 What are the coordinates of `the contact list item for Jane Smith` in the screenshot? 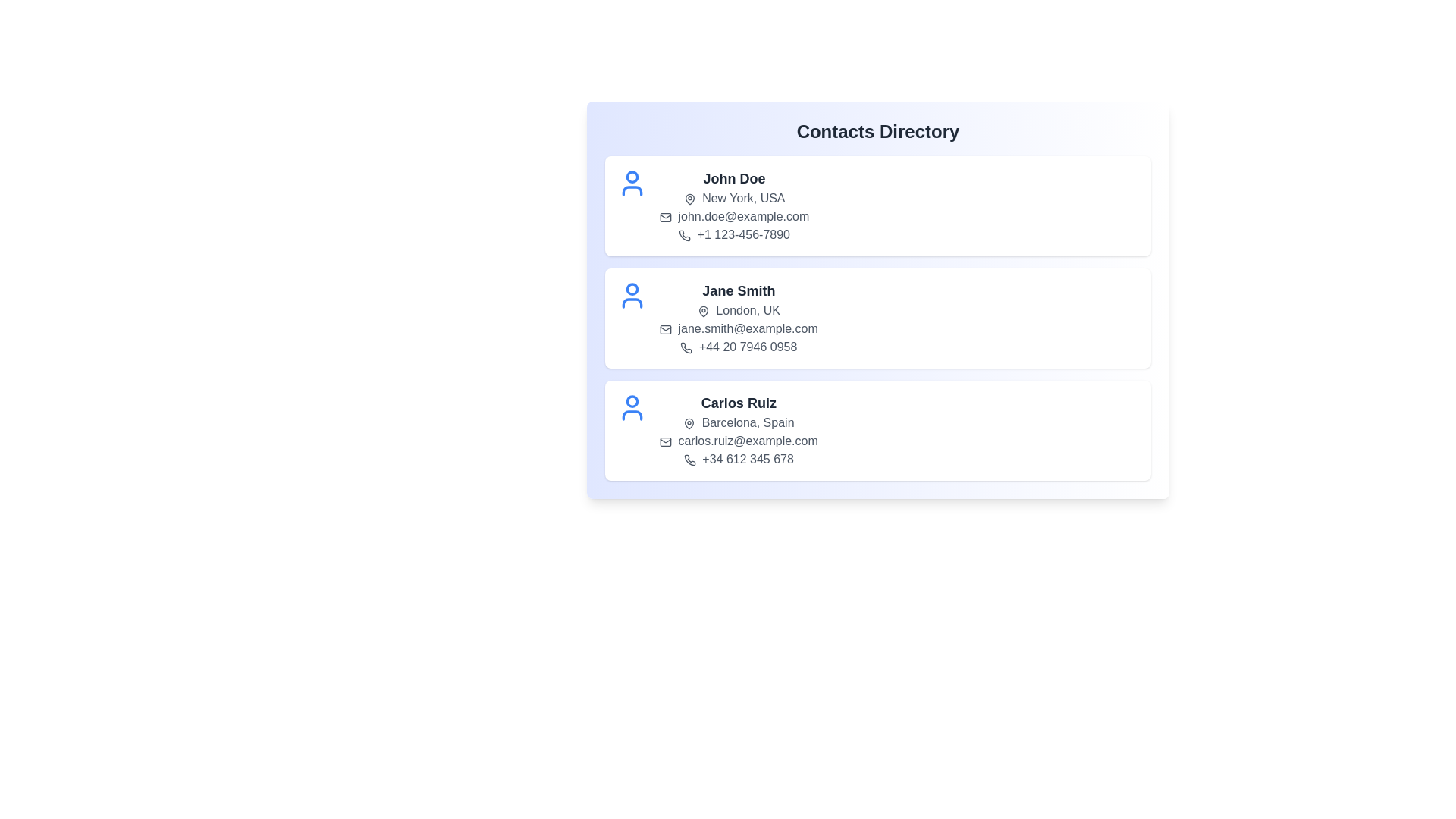 It's located at (877, 318).